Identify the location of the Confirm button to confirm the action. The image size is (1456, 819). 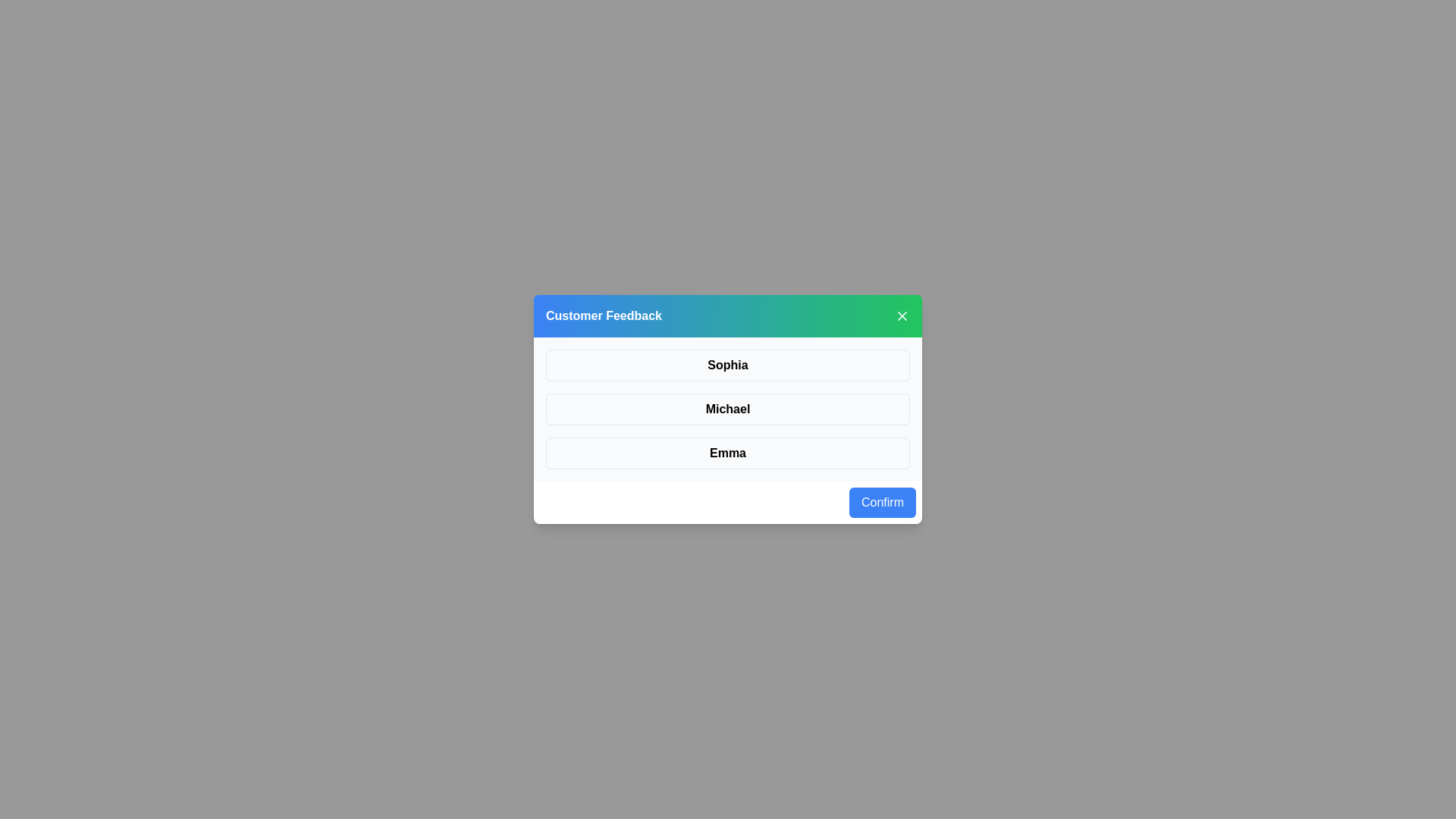
(882, 503).